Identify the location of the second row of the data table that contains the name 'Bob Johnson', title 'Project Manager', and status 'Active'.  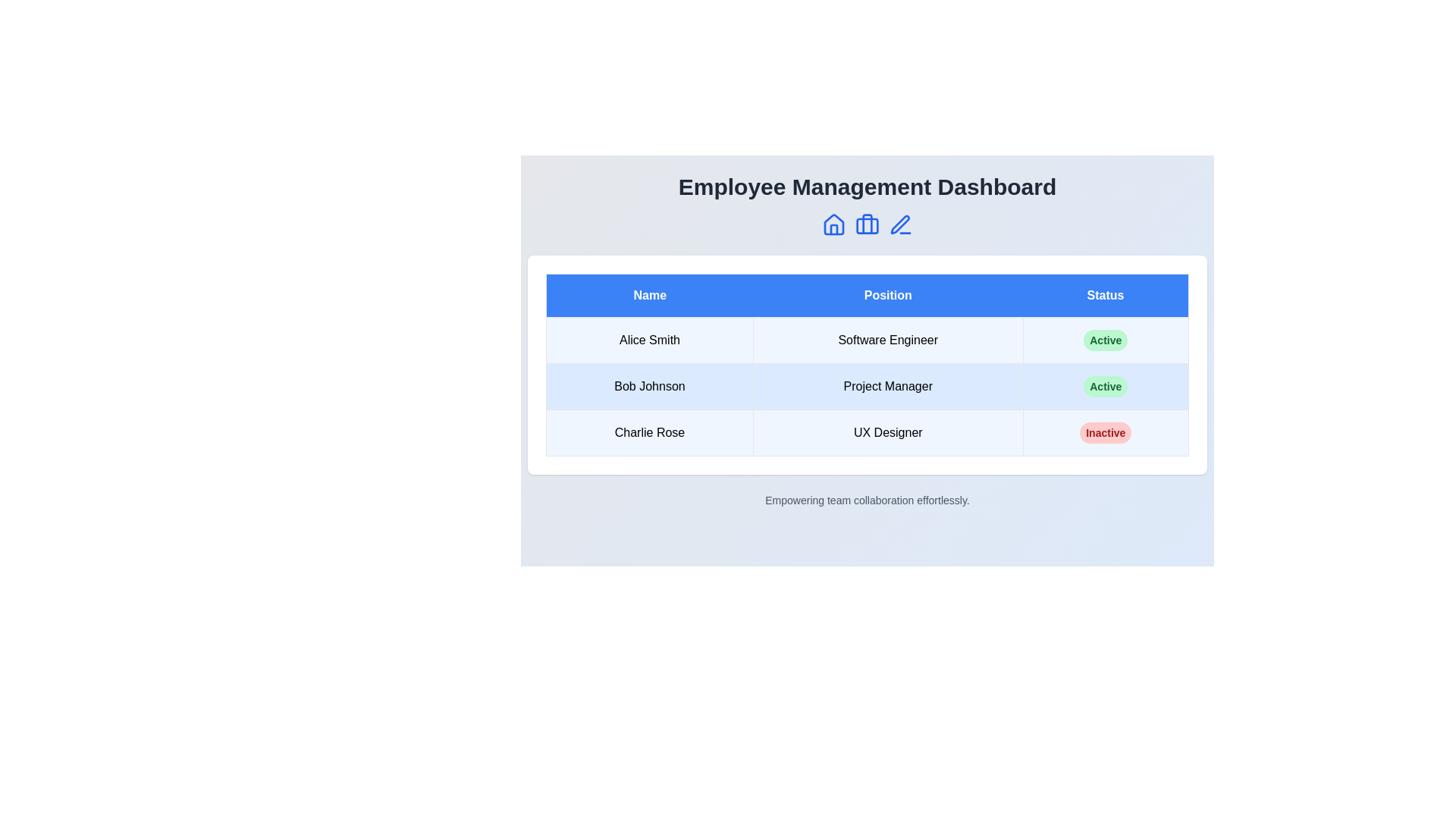
(867, 385).